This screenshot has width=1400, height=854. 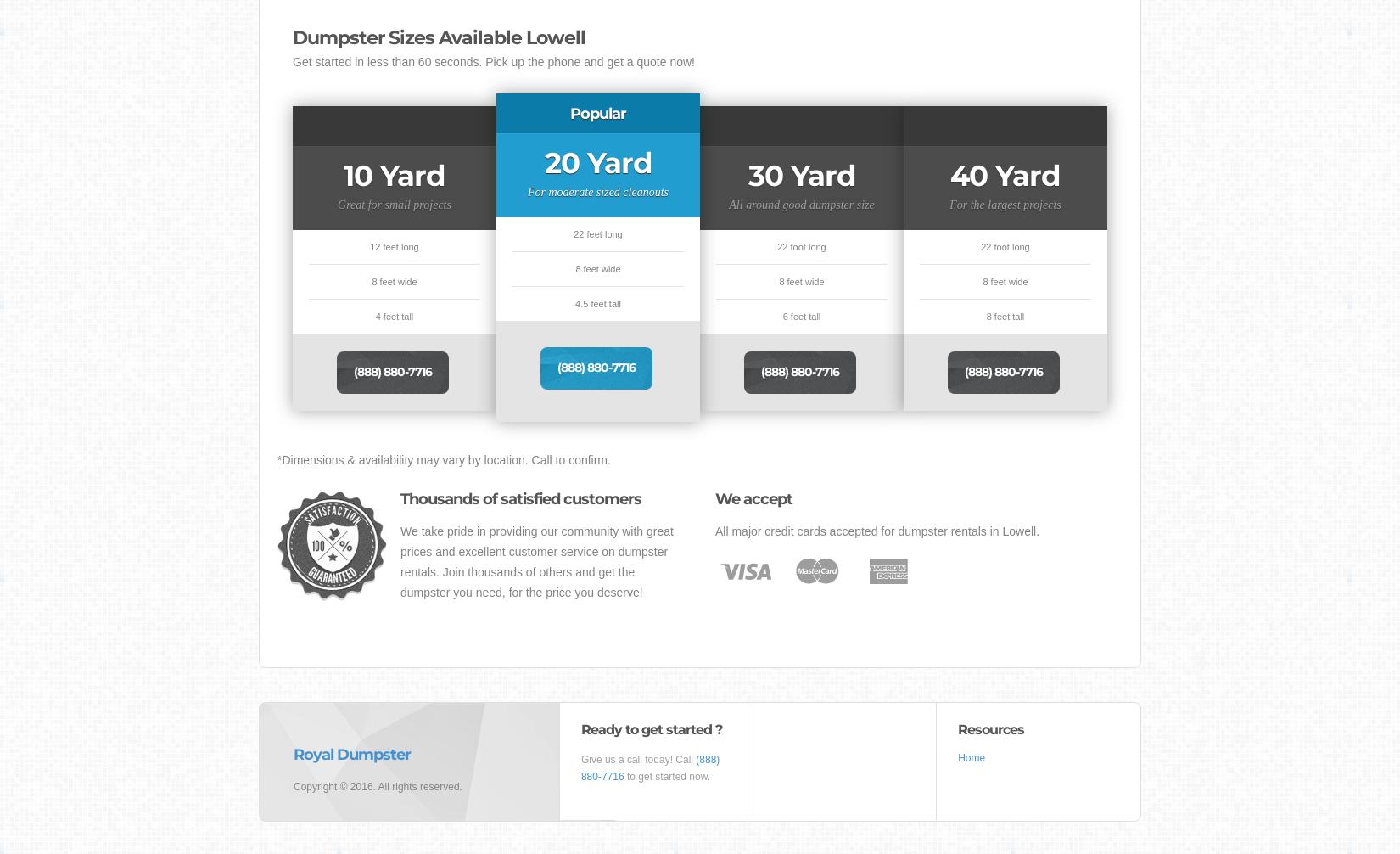 I want to click on 'Get started in less than 60 seconds. Pick up the phone and get a quote now!', so click(x=492, y=62).